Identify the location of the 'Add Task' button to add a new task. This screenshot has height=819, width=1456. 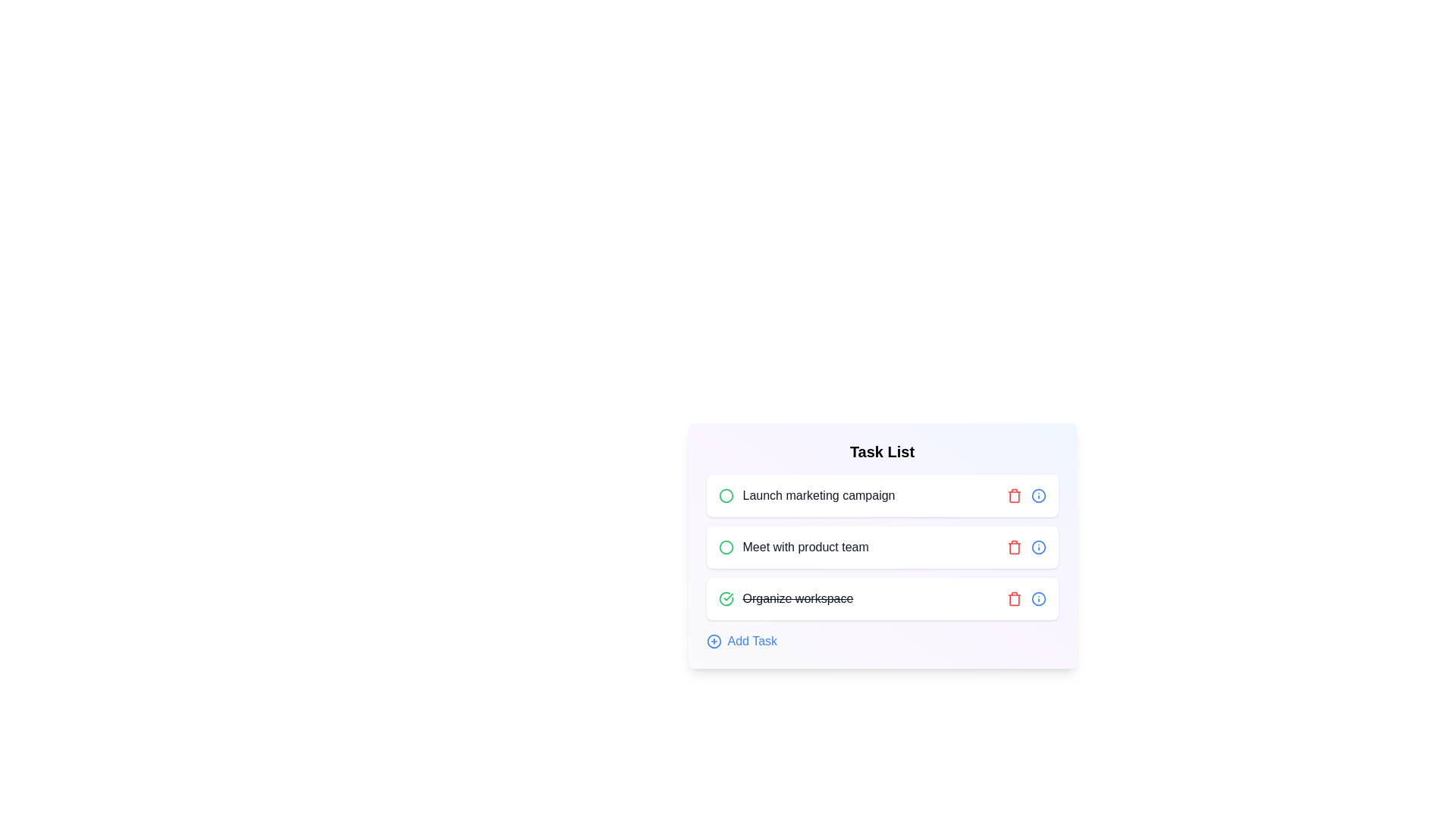
(742, 641).